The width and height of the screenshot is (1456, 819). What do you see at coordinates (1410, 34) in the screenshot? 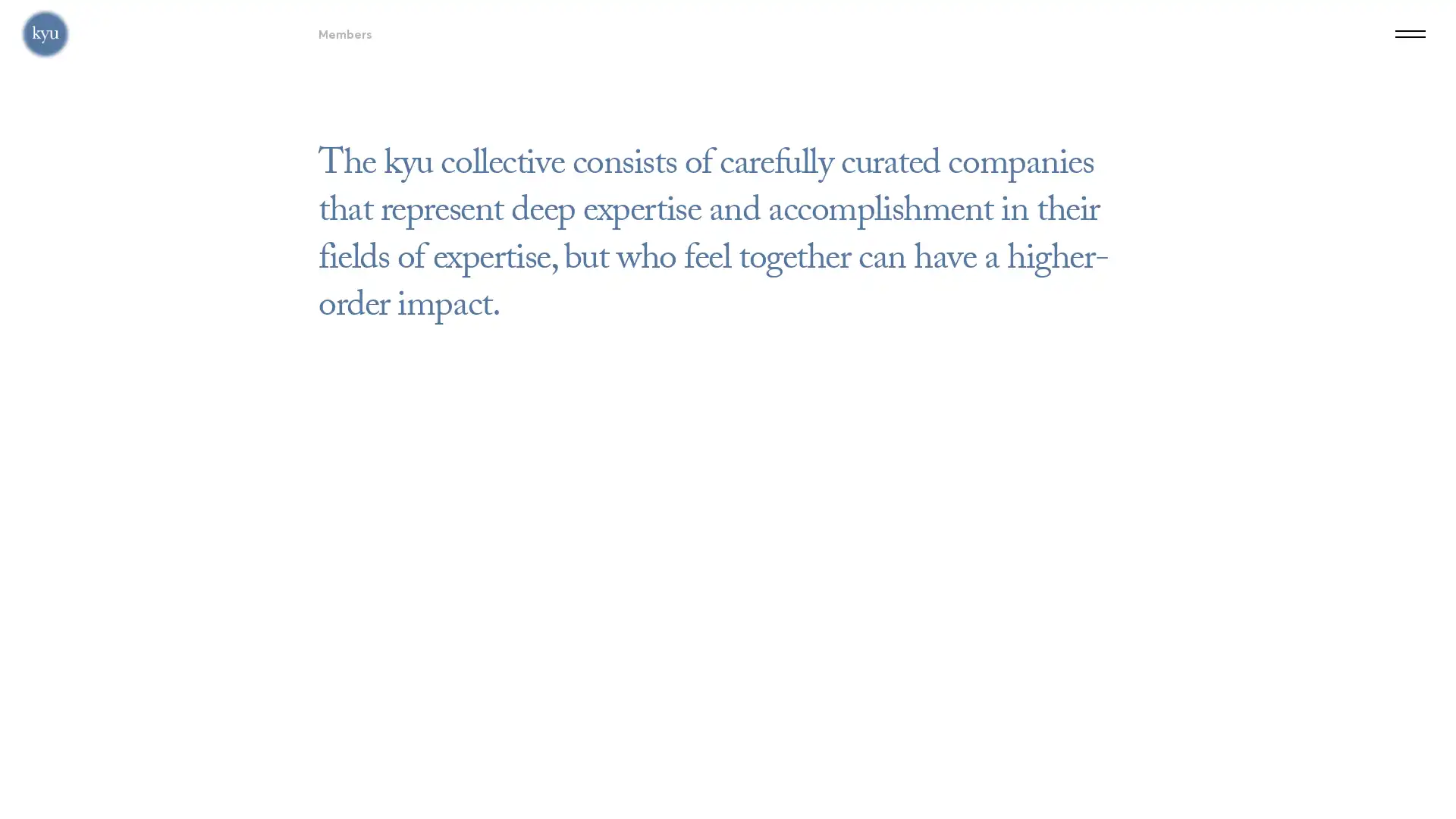
I see `Menu` at bounding box center [1410, 34].